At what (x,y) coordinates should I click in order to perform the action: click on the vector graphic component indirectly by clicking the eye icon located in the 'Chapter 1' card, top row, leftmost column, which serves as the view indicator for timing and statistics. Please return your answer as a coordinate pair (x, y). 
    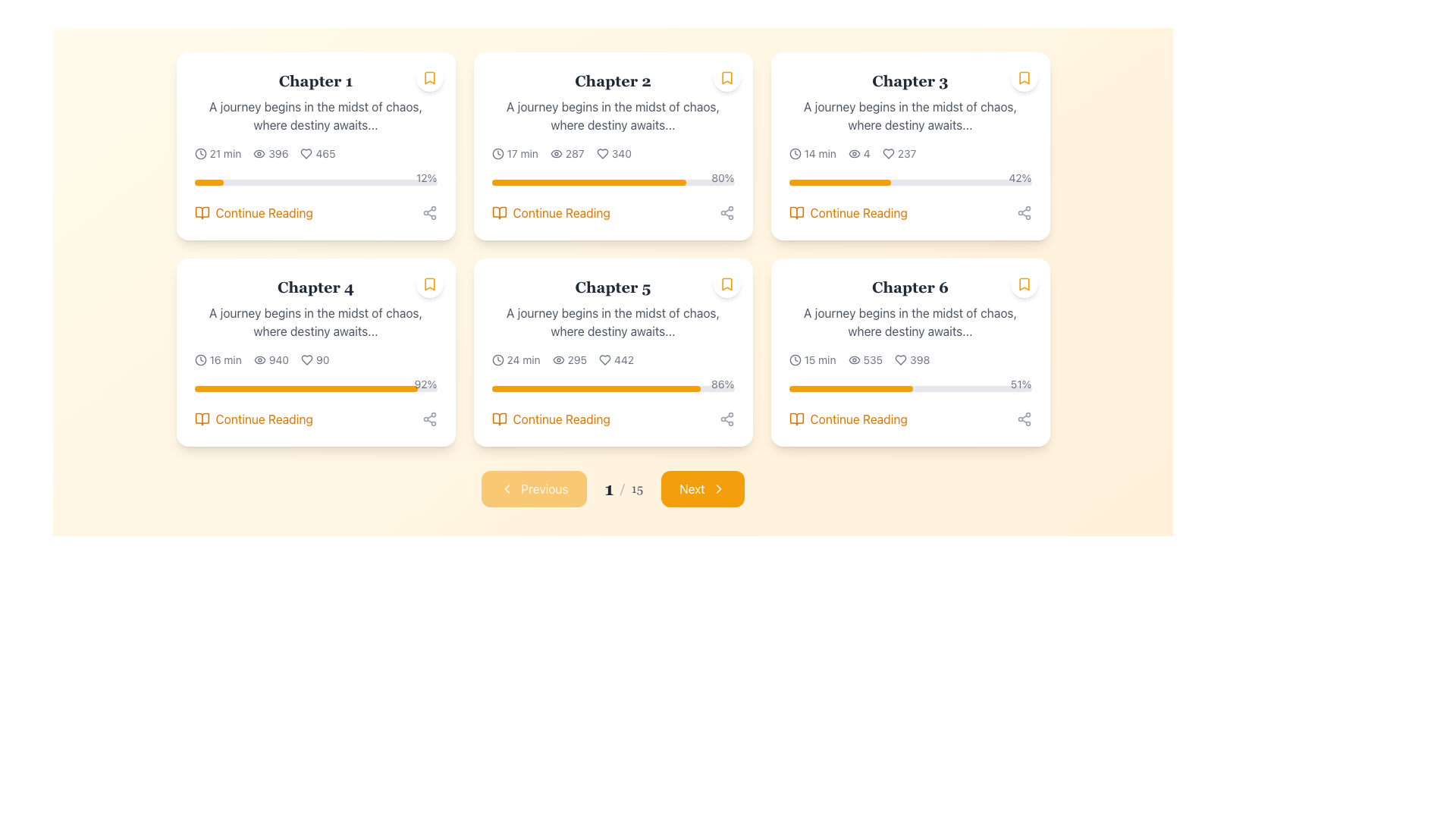
    Looking at the image, I should click on (259, 154).